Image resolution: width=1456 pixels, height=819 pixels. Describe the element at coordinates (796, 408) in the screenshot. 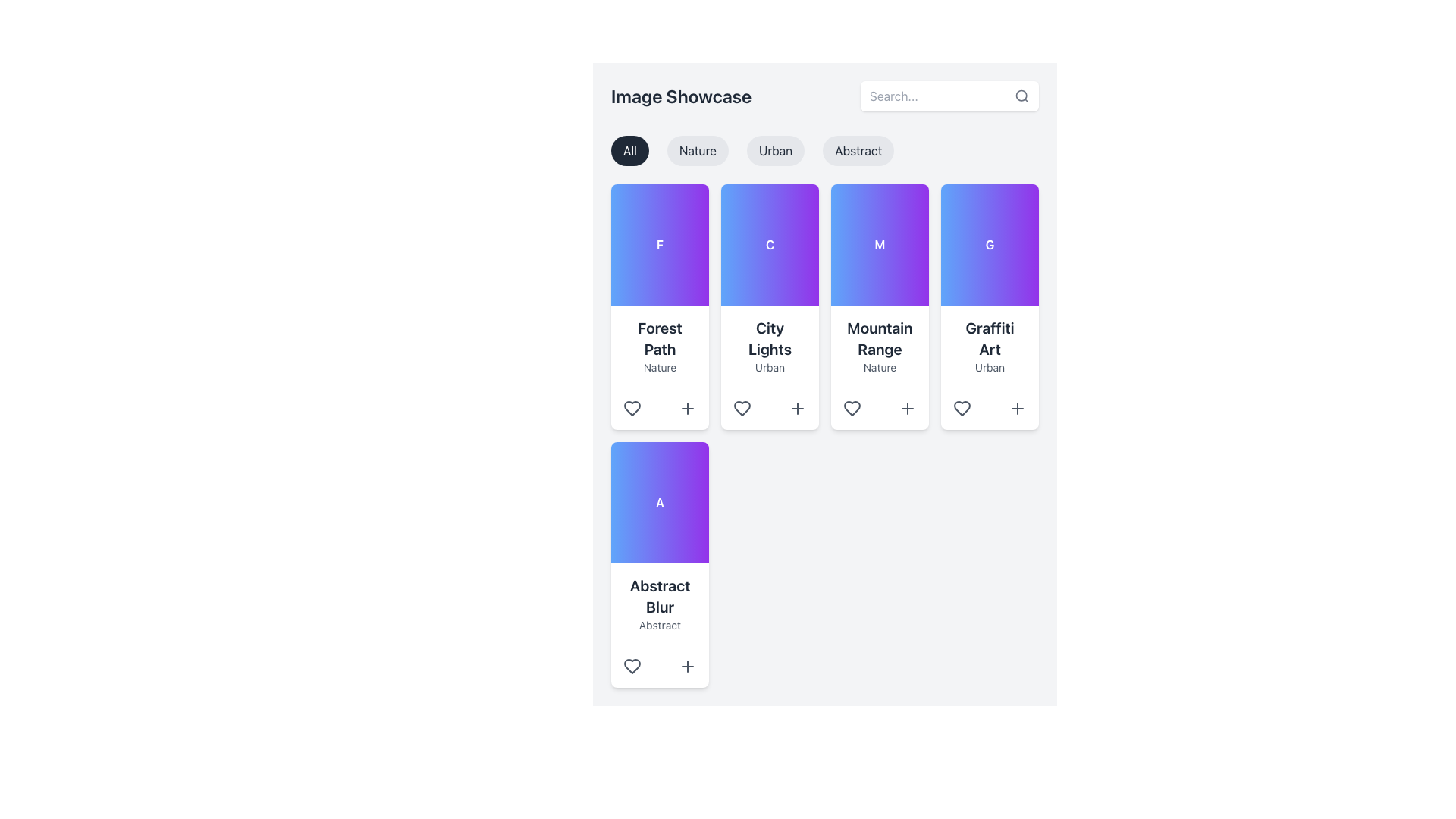

I see `the plus sign button located at the bottom-right of the 'City Lights' card` at that location.